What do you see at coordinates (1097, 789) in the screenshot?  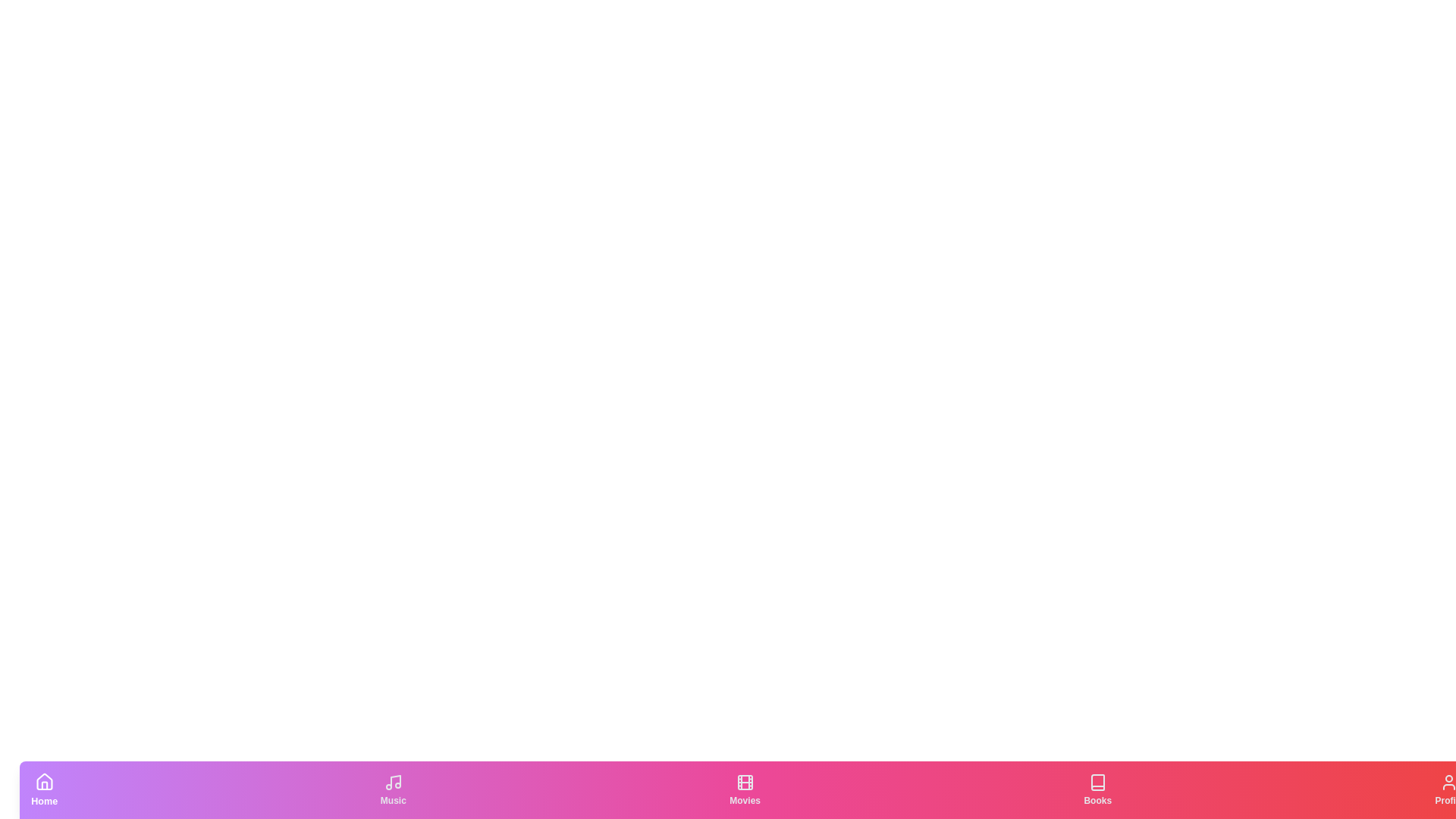 I see `the Books tab` at bounding box center [1097, 789].